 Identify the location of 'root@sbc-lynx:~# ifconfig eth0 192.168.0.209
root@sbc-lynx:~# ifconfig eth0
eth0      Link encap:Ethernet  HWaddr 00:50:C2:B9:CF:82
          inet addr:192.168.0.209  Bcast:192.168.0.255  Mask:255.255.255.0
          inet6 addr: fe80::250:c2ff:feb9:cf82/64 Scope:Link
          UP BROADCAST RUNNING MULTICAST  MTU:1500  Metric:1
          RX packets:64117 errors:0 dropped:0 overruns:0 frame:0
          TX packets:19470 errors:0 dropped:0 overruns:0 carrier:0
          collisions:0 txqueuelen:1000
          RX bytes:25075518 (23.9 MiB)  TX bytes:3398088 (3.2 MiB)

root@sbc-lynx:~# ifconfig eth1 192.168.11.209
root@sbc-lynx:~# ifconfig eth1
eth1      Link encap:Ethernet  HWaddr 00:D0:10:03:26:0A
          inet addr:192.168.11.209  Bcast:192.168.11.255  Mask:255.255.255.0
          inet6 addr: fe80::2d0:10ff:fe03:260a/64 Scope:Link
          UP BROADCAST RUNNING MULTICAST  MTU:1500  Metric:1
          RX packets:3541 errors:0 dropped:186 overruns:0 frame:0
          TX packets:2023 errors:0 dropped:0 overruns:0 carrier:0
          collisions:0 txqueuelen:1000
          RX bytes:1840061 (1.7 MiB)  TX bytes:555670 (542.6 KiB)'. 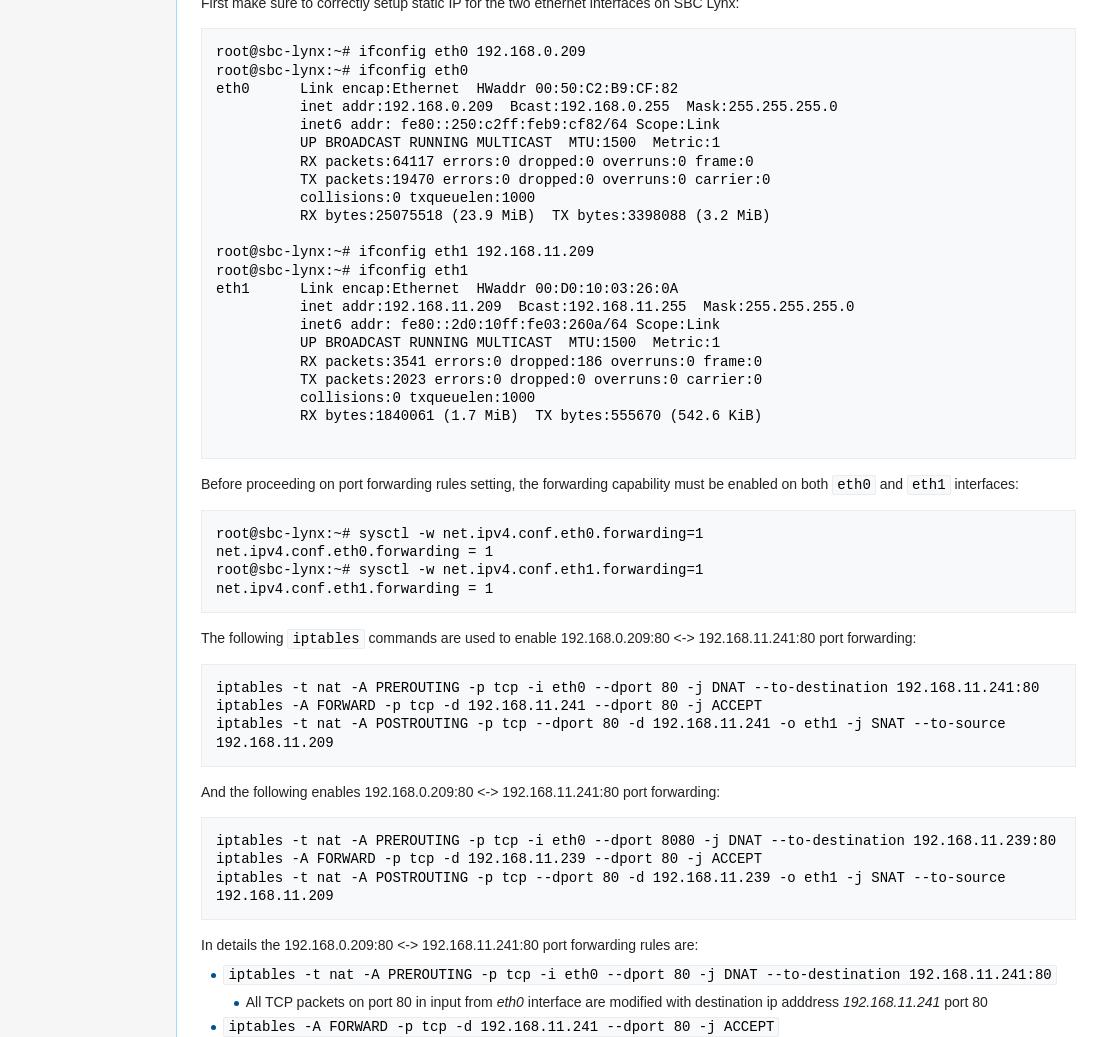
(535, 233).